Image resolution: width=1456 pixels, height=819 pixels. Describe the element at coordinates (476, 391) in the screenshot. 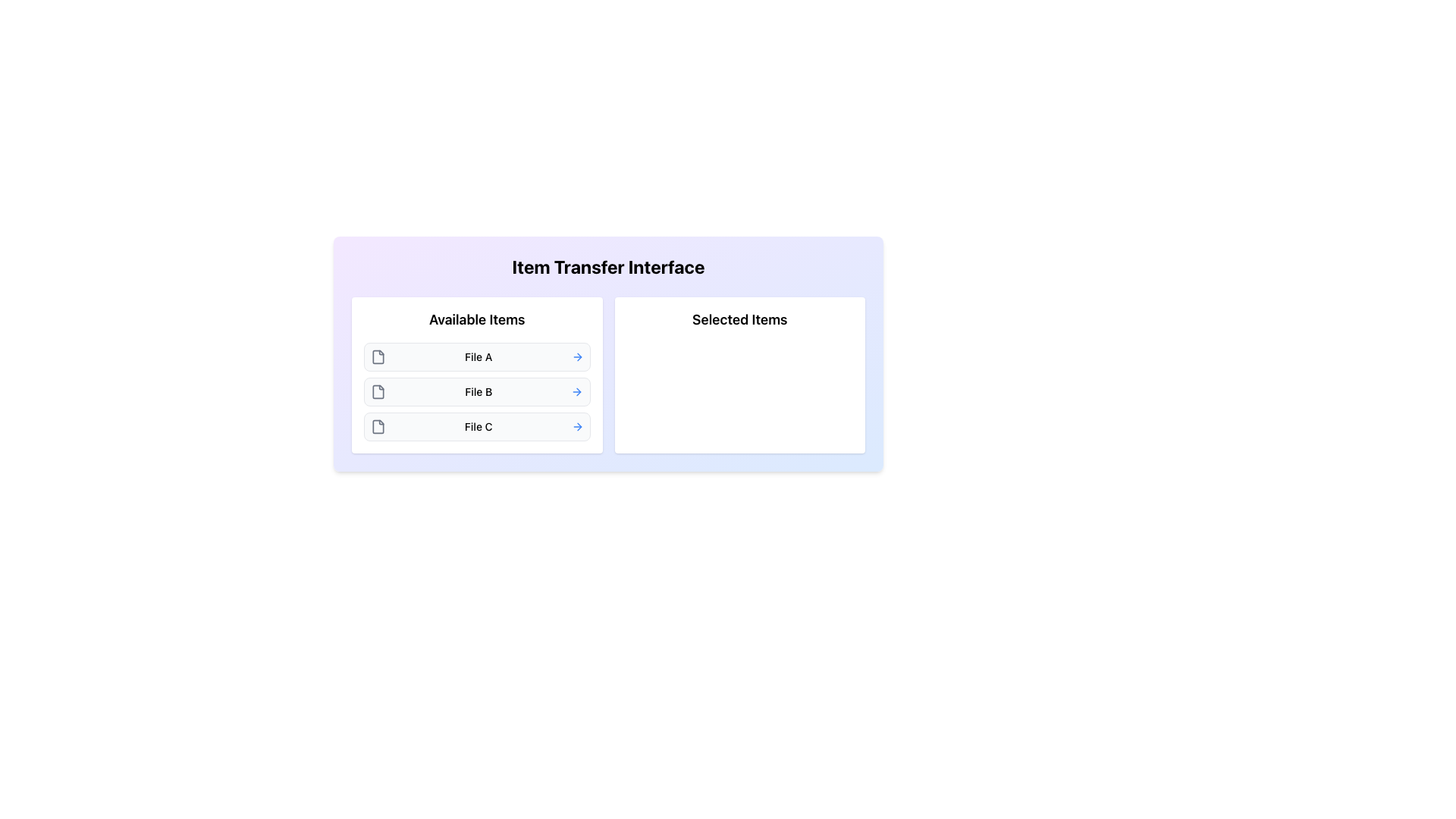

I see `the second item labeled 'File B' in the 'Available Items' list` at that location.